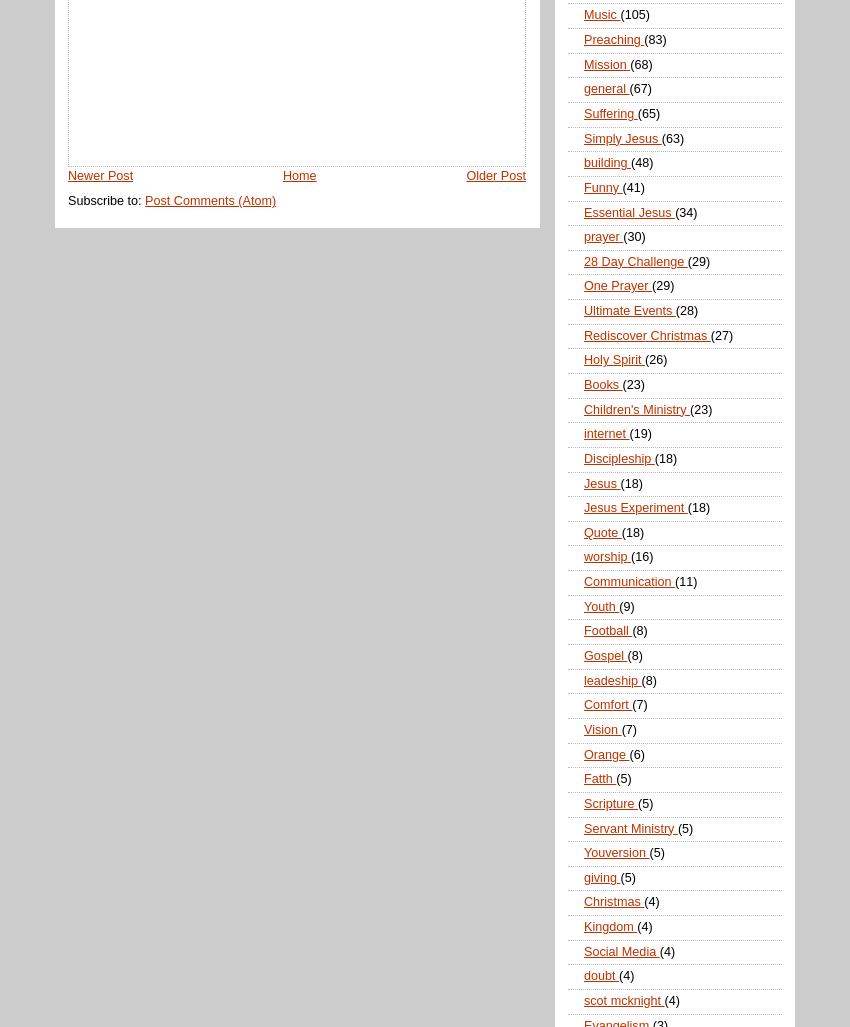 This screenshot has width=850, height=1027. I want to click on 'leadeship', so click(611, 678).